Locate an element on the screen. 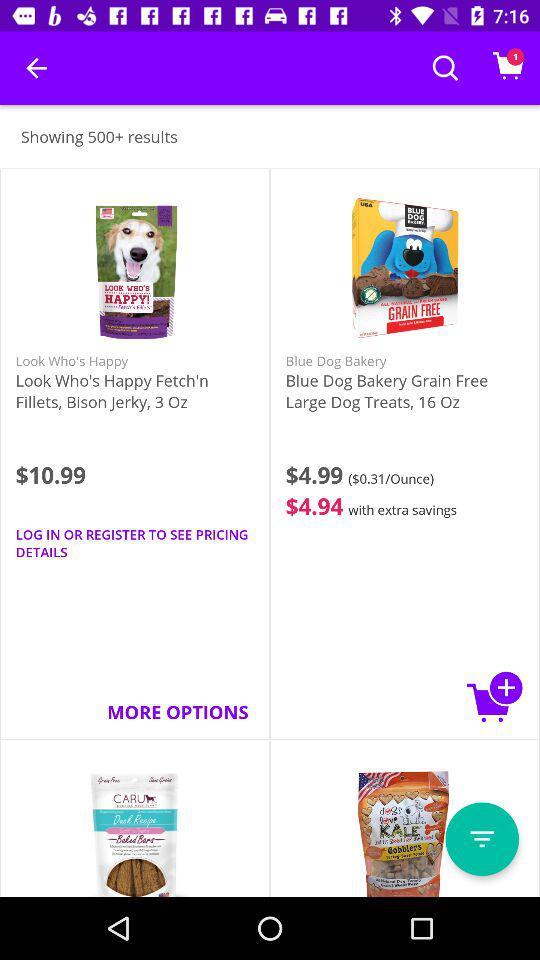 The image size is (540, 960). the log in or item is located at coordinates (135, 543).